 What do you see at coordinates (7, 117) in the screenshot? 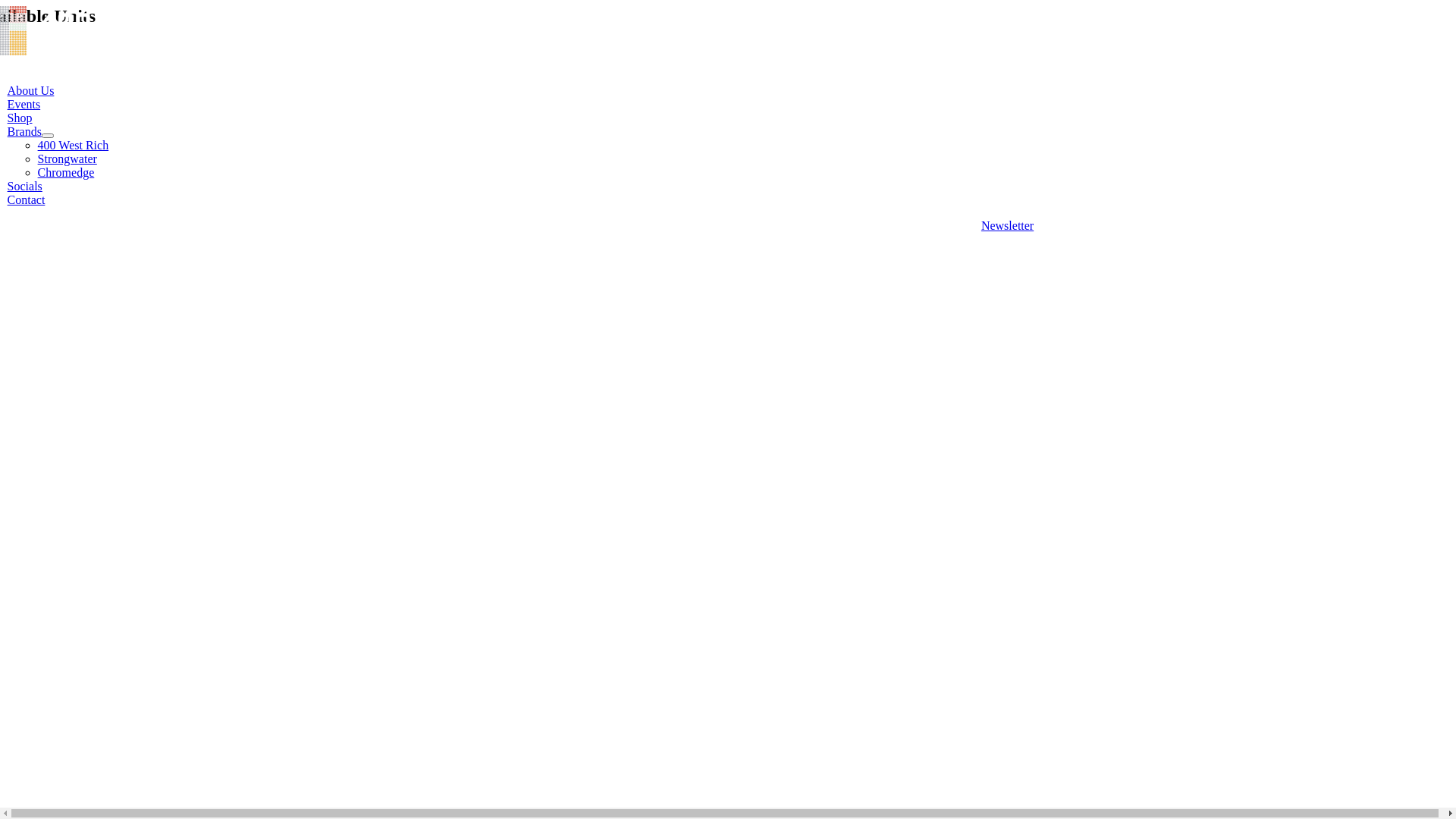
I see `'Shop'` at bounding box center [7, 117].